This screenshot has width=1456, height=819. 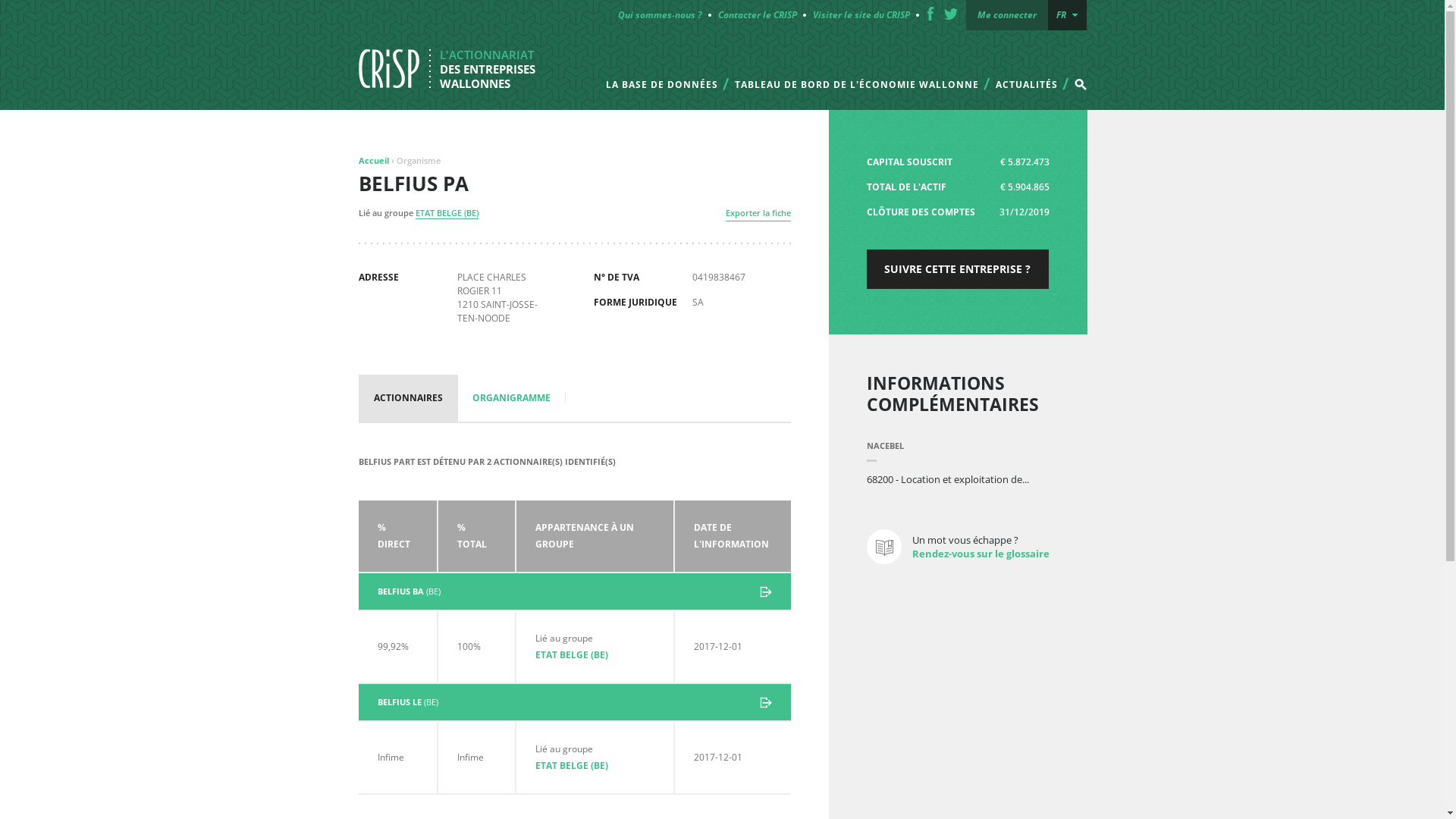 What do you see at coordinates (1040, 71) in the screenshot?
I see `'Rechercher'` at bounding box center [1040, 71].